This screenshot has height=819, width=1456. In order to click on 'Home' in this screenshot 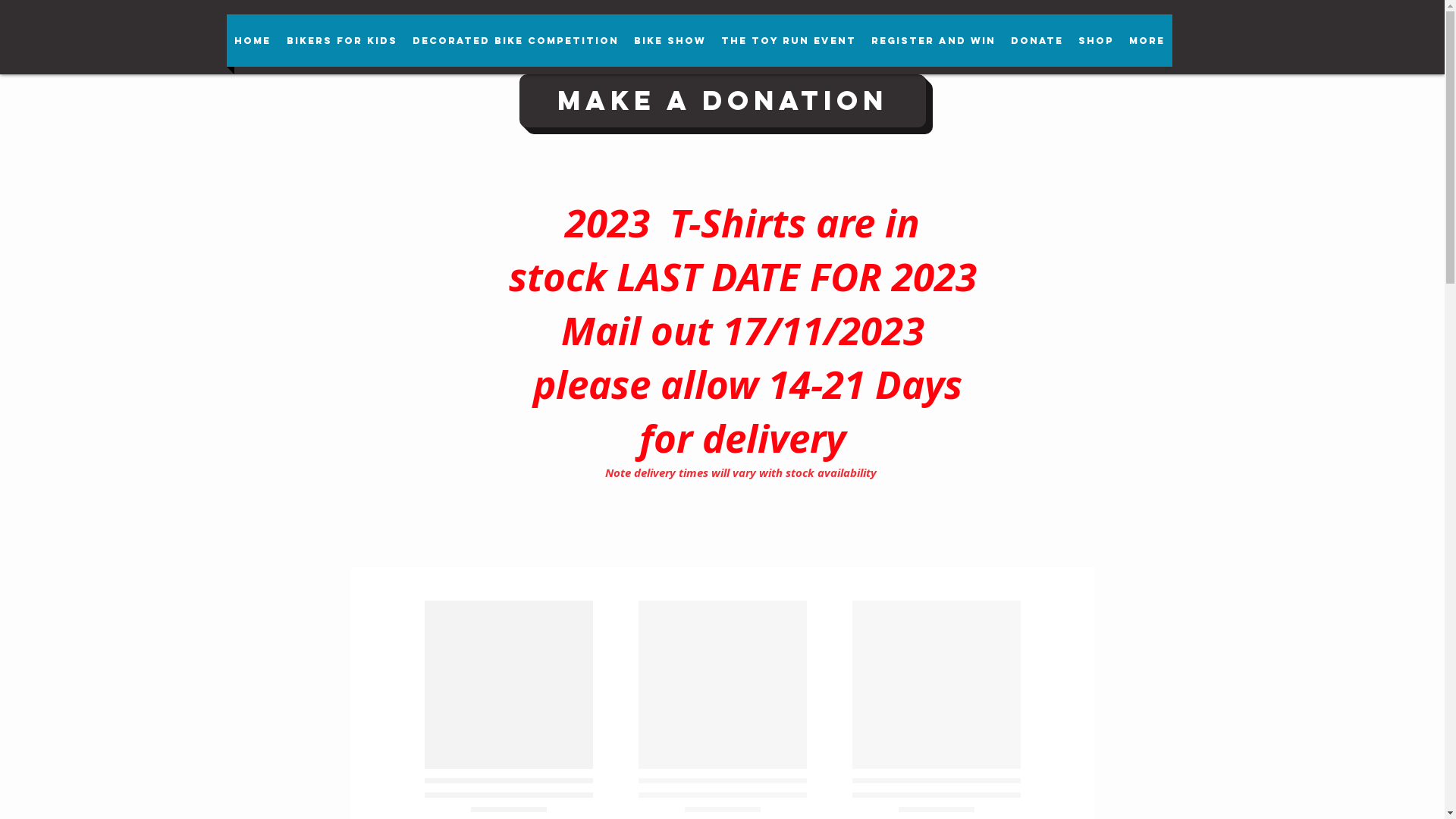, I will do `click(252, 39)`.